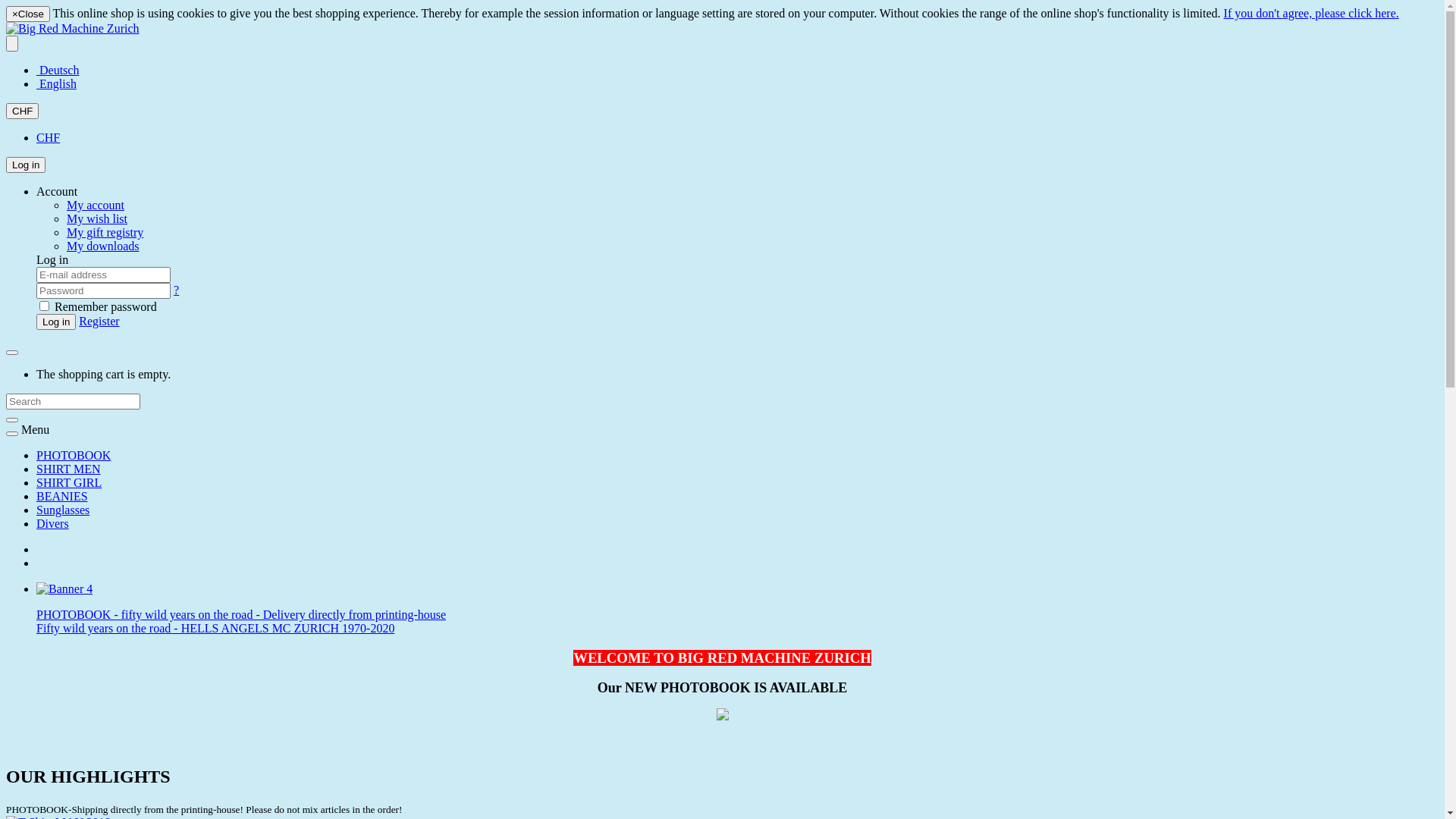 The width and height of the screenshot is (1456, 819). Describe the element at coordinates (102, 245) in the screenshot. I see `'My downloads'` at that location.